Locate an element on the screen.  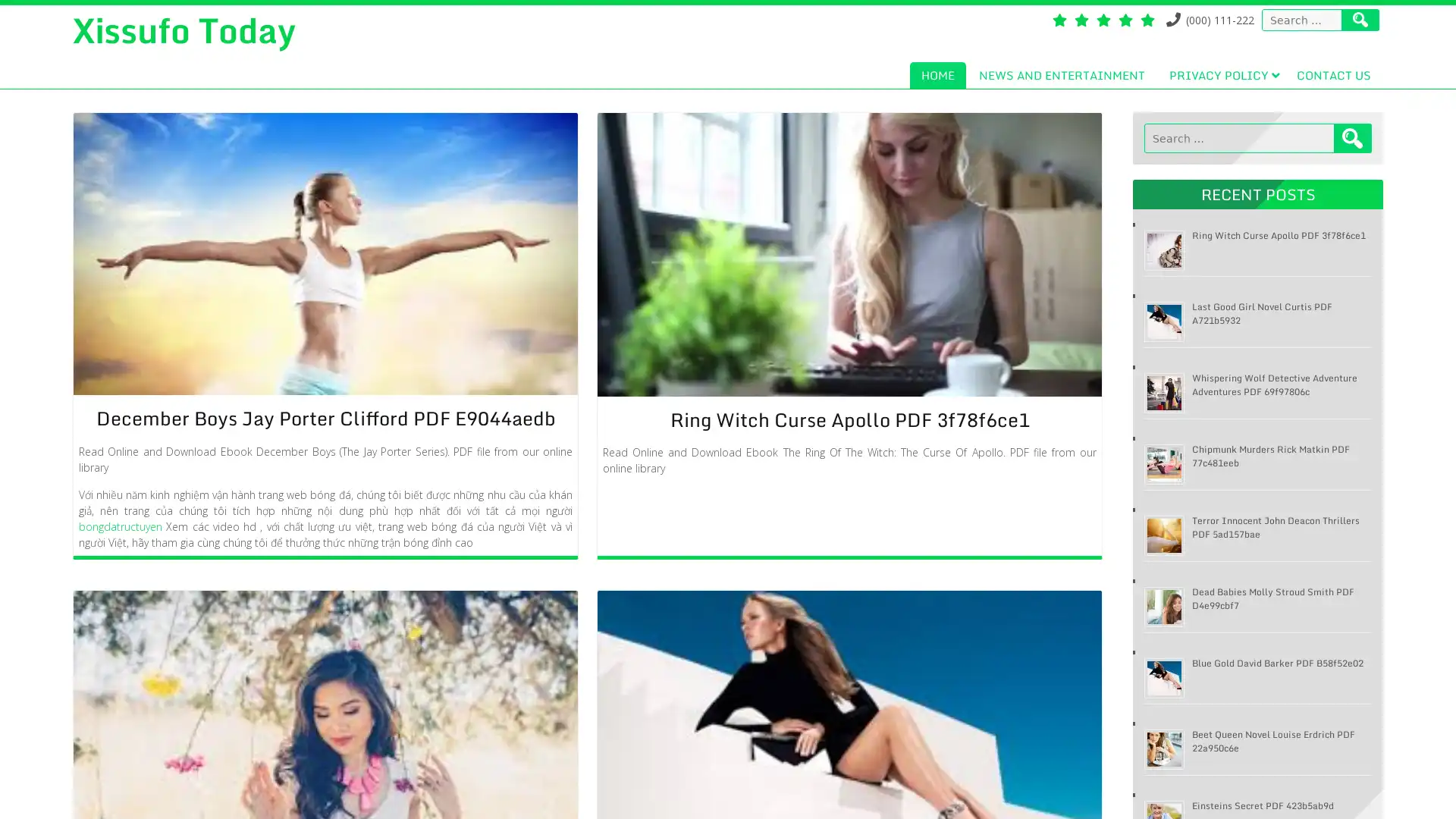
Search is located at coordinates (1353, 138).